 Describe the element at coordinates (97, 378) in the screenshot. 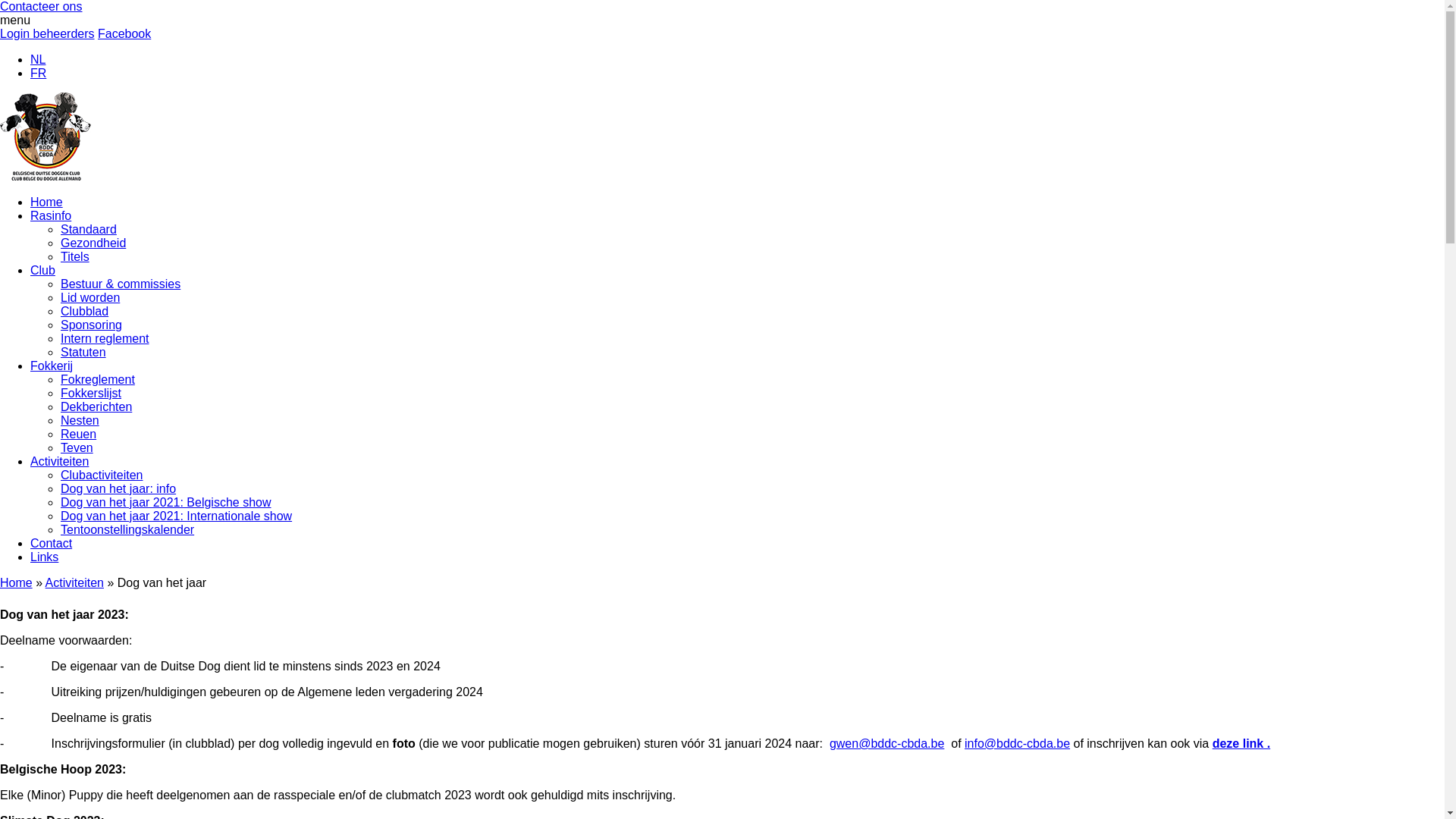

I see `'Fokreglement'` at that location.